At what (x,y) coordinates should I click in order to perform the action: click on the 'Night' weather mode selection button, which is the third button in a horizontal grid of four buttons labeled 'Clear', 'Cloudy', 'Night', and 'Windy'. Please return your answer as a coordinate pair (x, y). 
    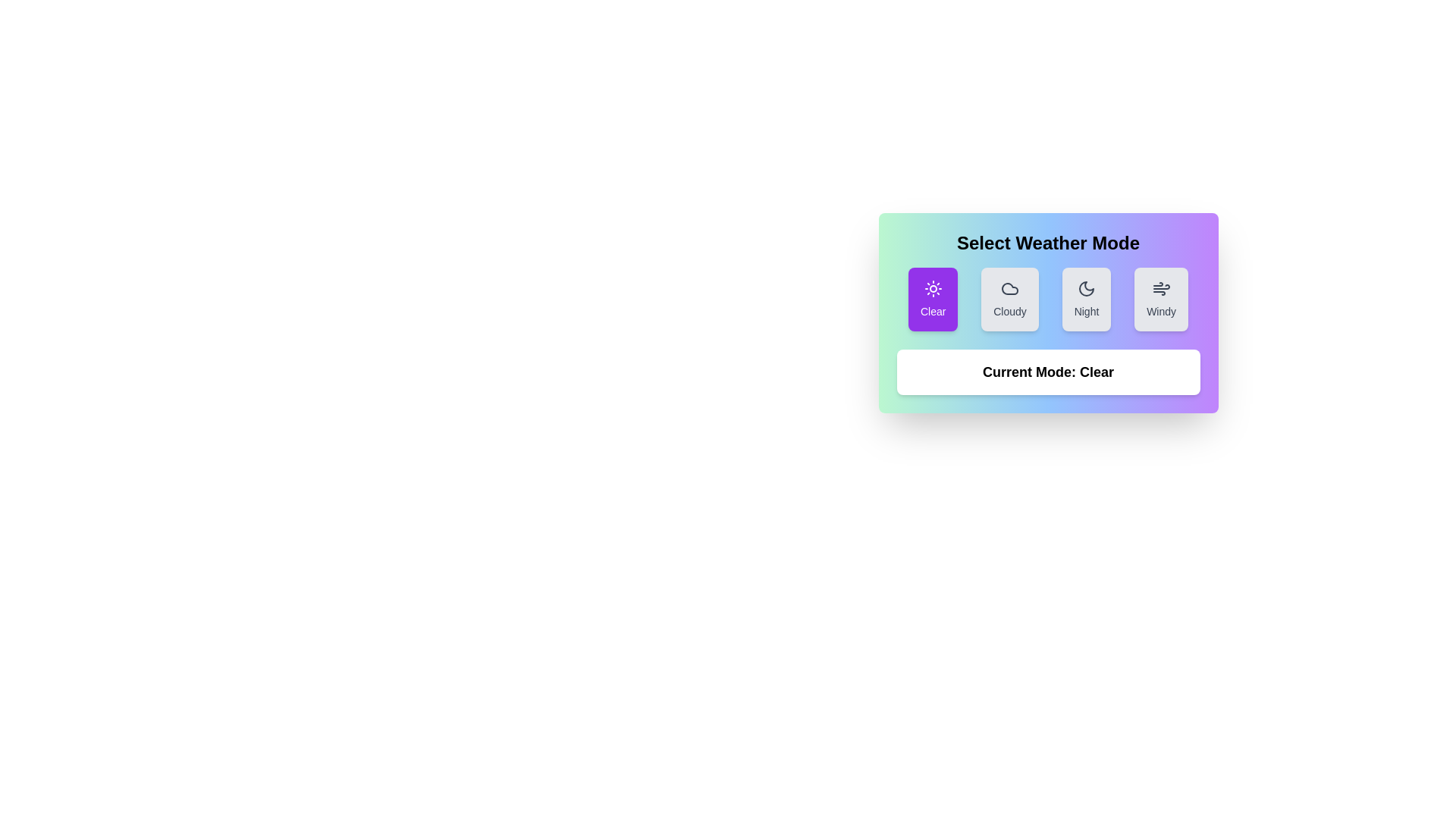
    Looking at the image, I should click on (1085, 299).